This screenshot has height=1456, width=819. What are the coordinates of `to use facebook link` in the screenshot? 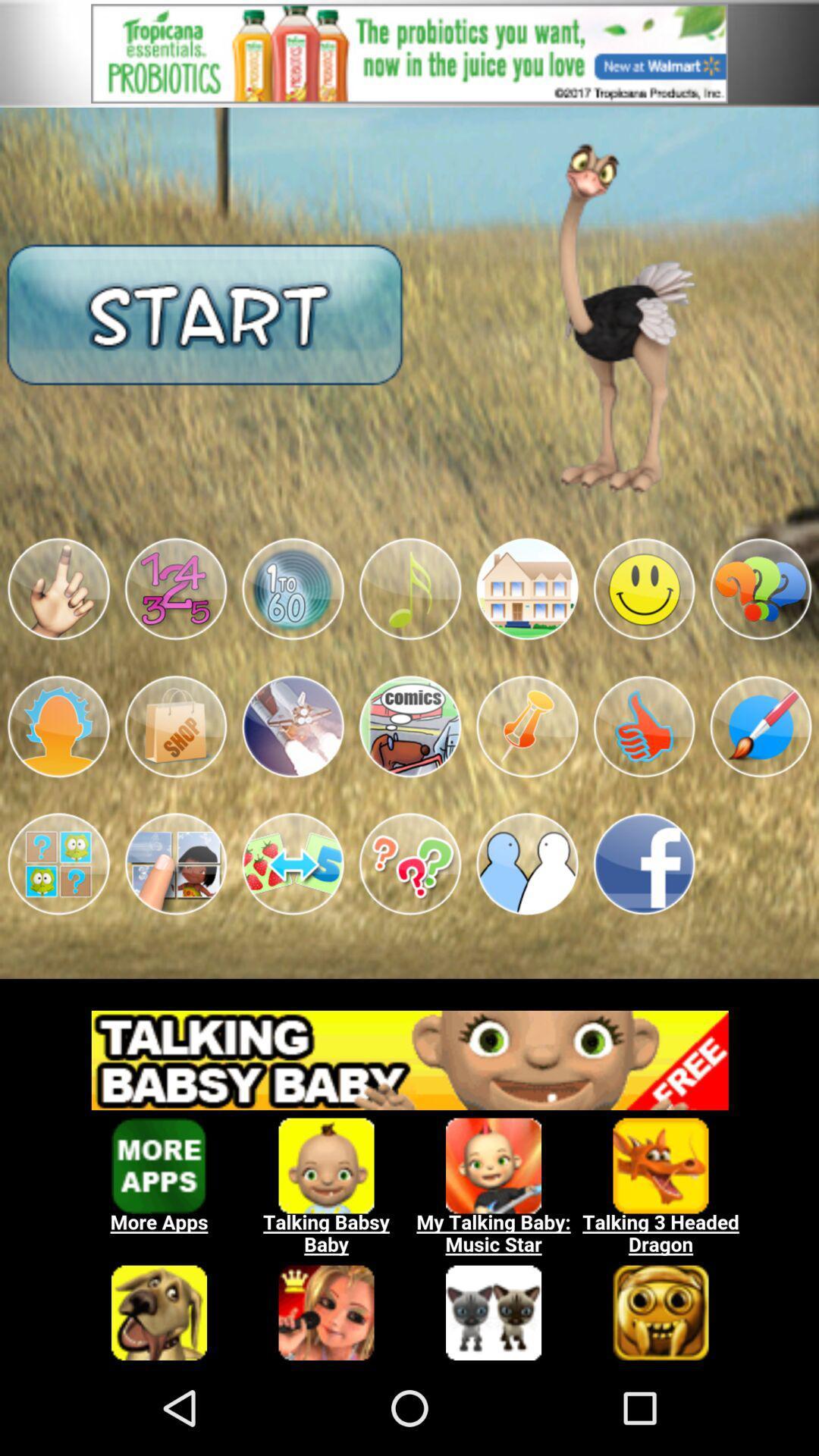 It's located at (644, 864).